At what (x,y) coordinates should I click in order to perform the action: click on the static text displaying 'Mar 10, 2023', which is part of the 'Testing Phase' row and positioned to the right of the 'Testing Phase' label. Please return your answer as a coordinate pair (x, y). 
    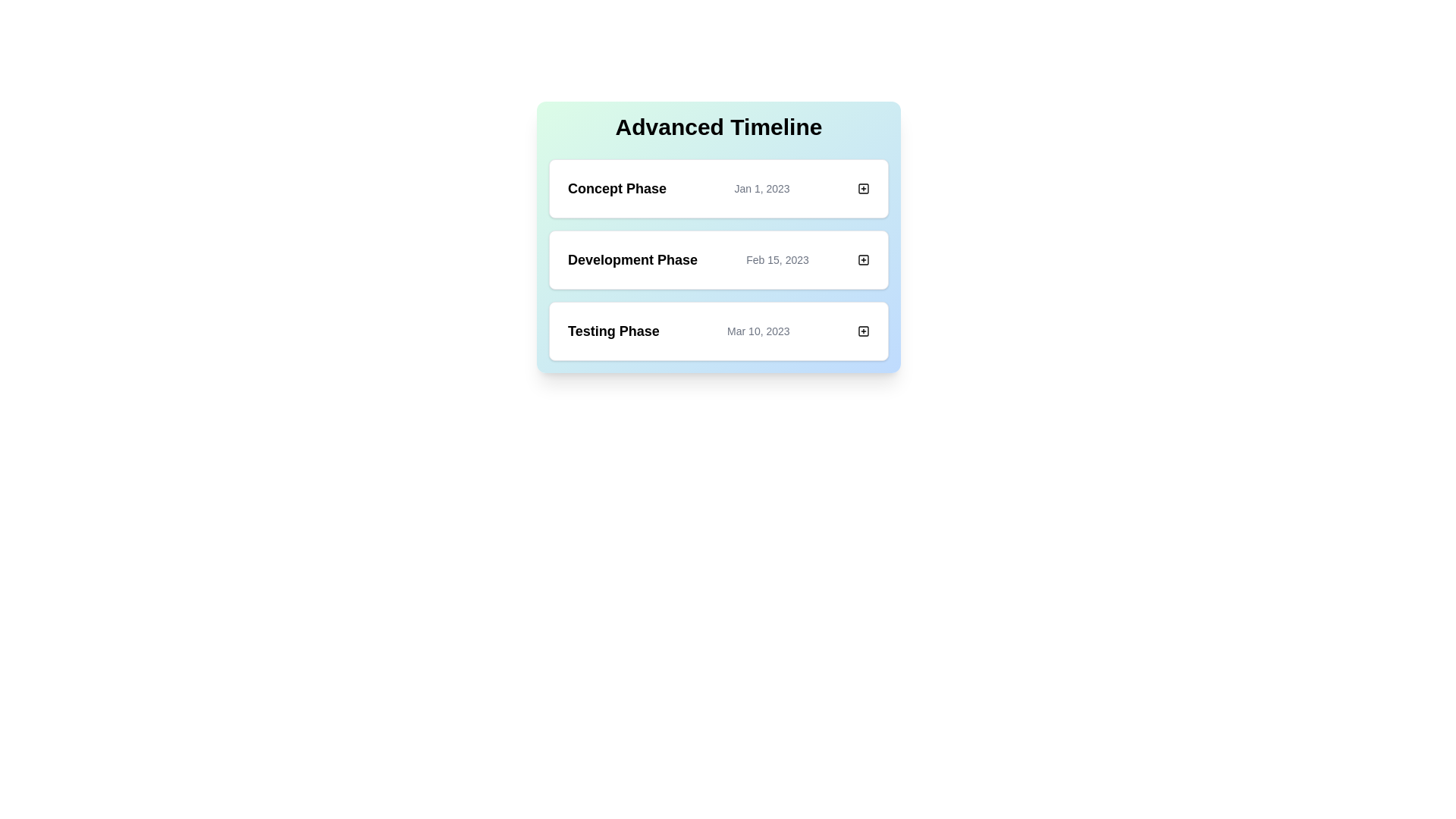
    Looking at the image, I should click on (758, 330).